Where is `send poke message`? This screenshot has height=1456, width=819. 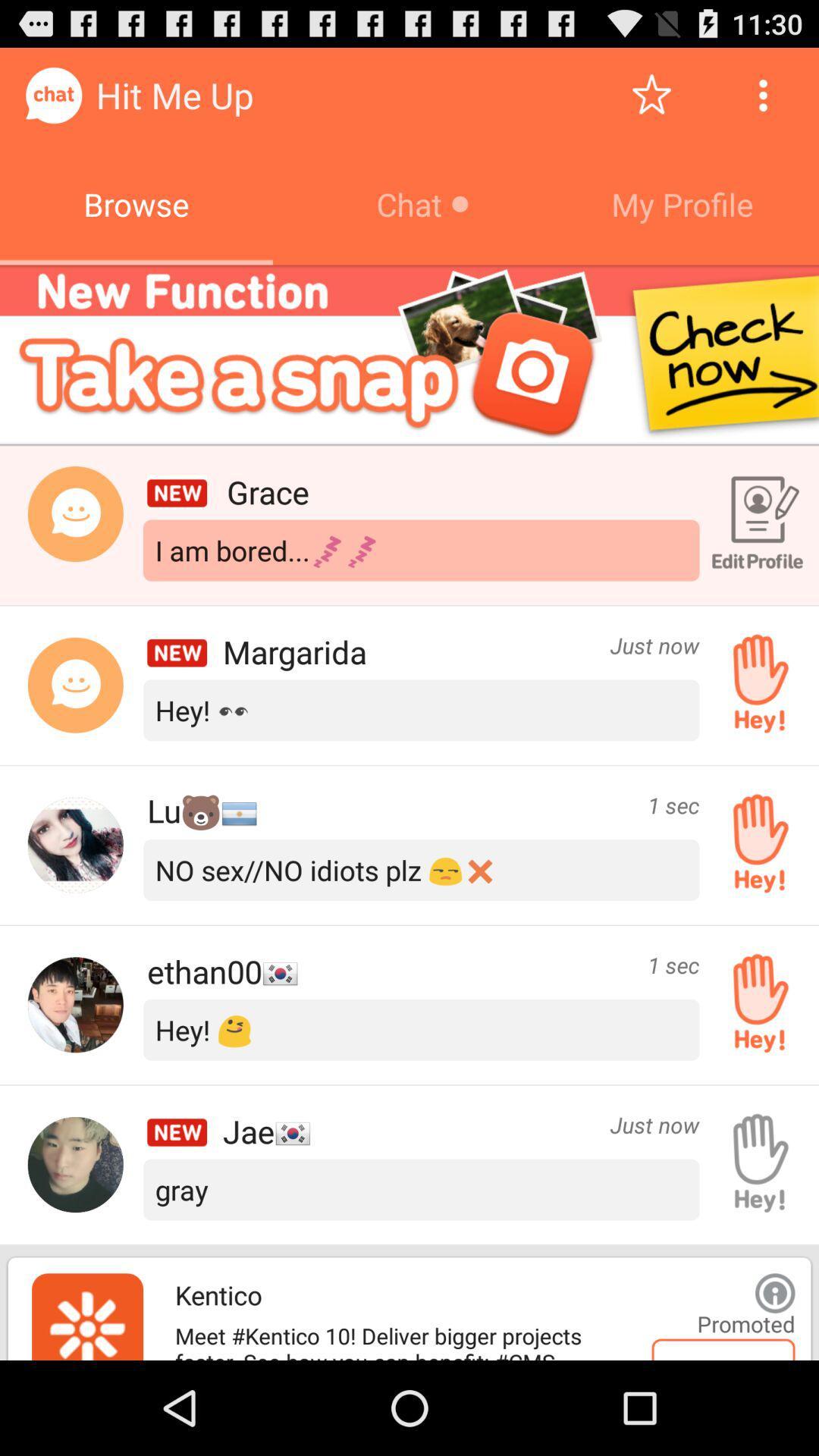 send poke message is located at coordinates (755, 1005).